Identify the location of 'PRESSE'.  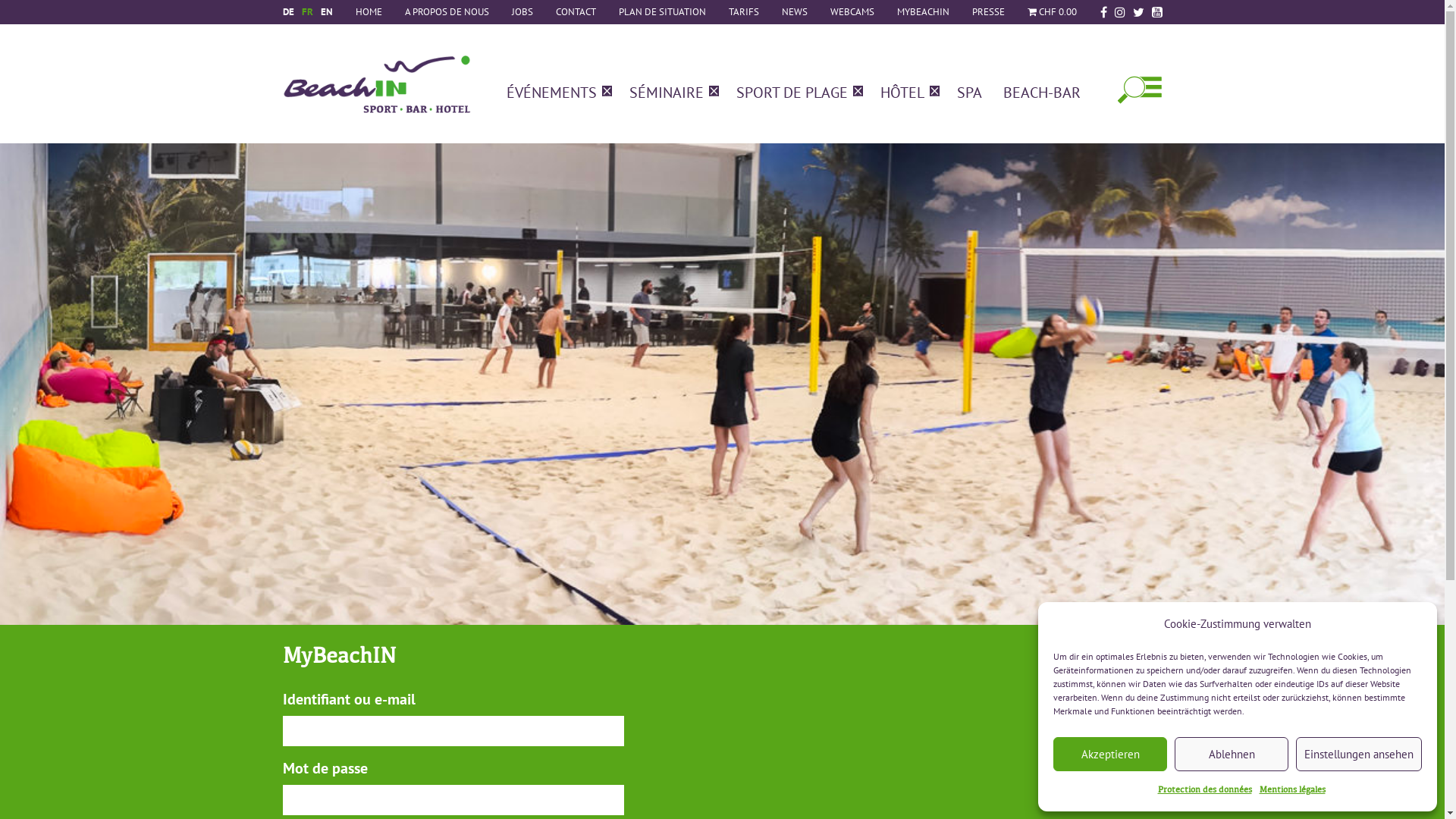
(987, 11).